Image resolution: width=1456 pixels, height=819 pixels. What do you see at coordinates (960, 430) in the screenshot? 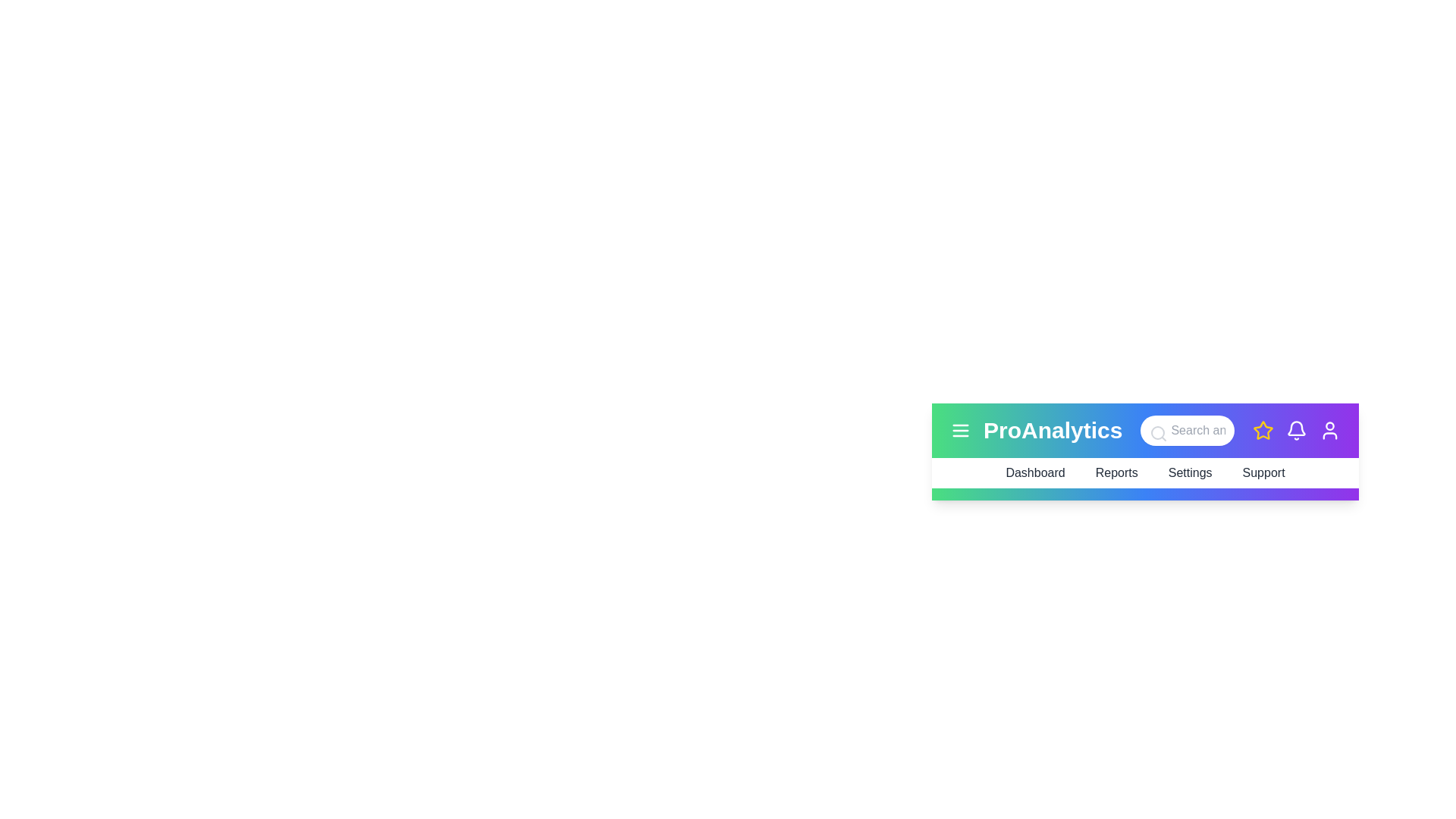
I see `the menu button to toggle the menu visibility` at bounding box center [960, 430].